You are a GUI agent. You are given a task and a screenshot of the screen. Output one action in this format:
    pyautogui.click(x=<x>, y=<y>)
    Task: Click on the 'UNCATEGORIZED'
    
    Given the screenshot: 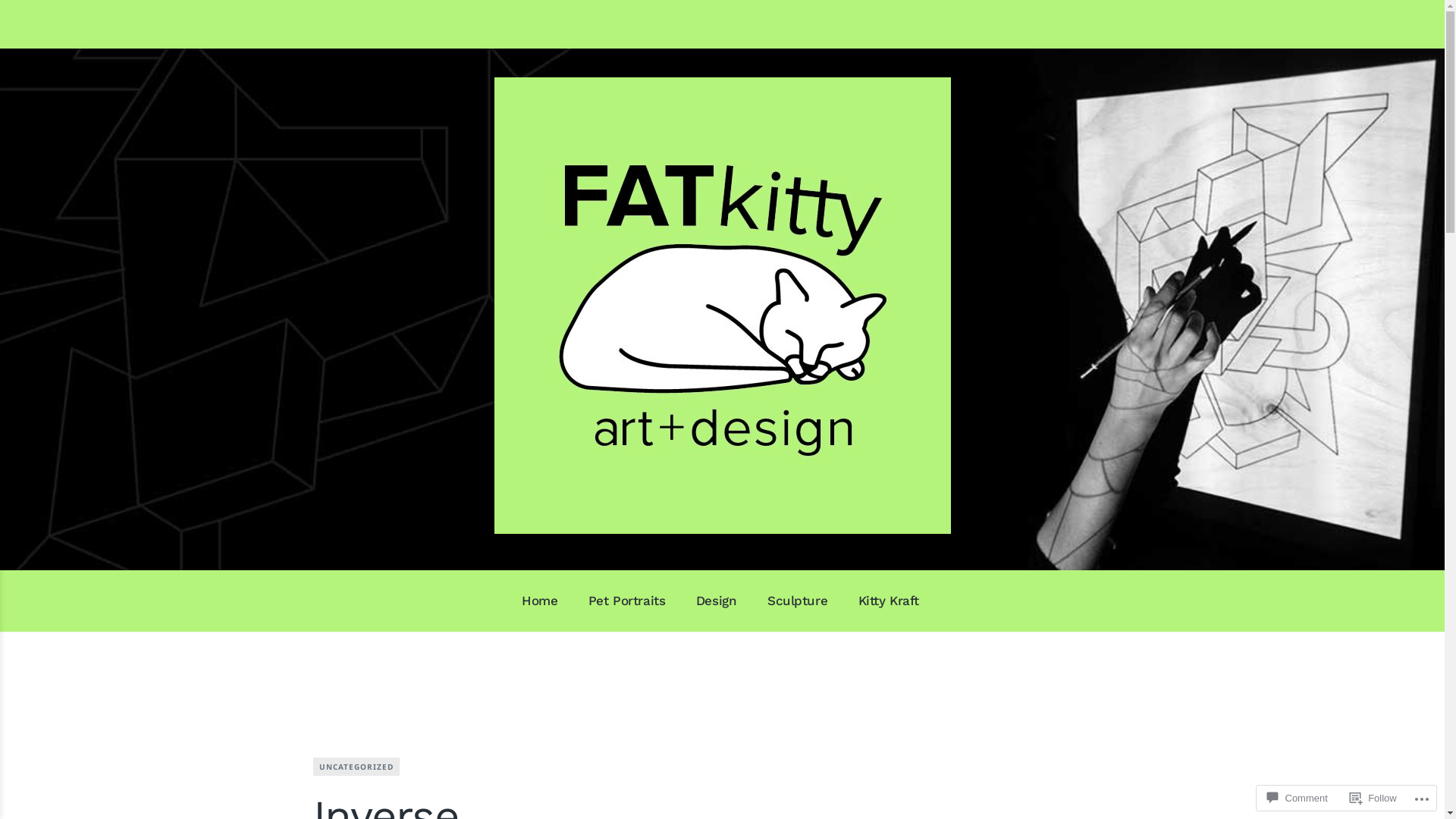 What is the action you would take?
    pyautogui.click(x=355, y=766)
    